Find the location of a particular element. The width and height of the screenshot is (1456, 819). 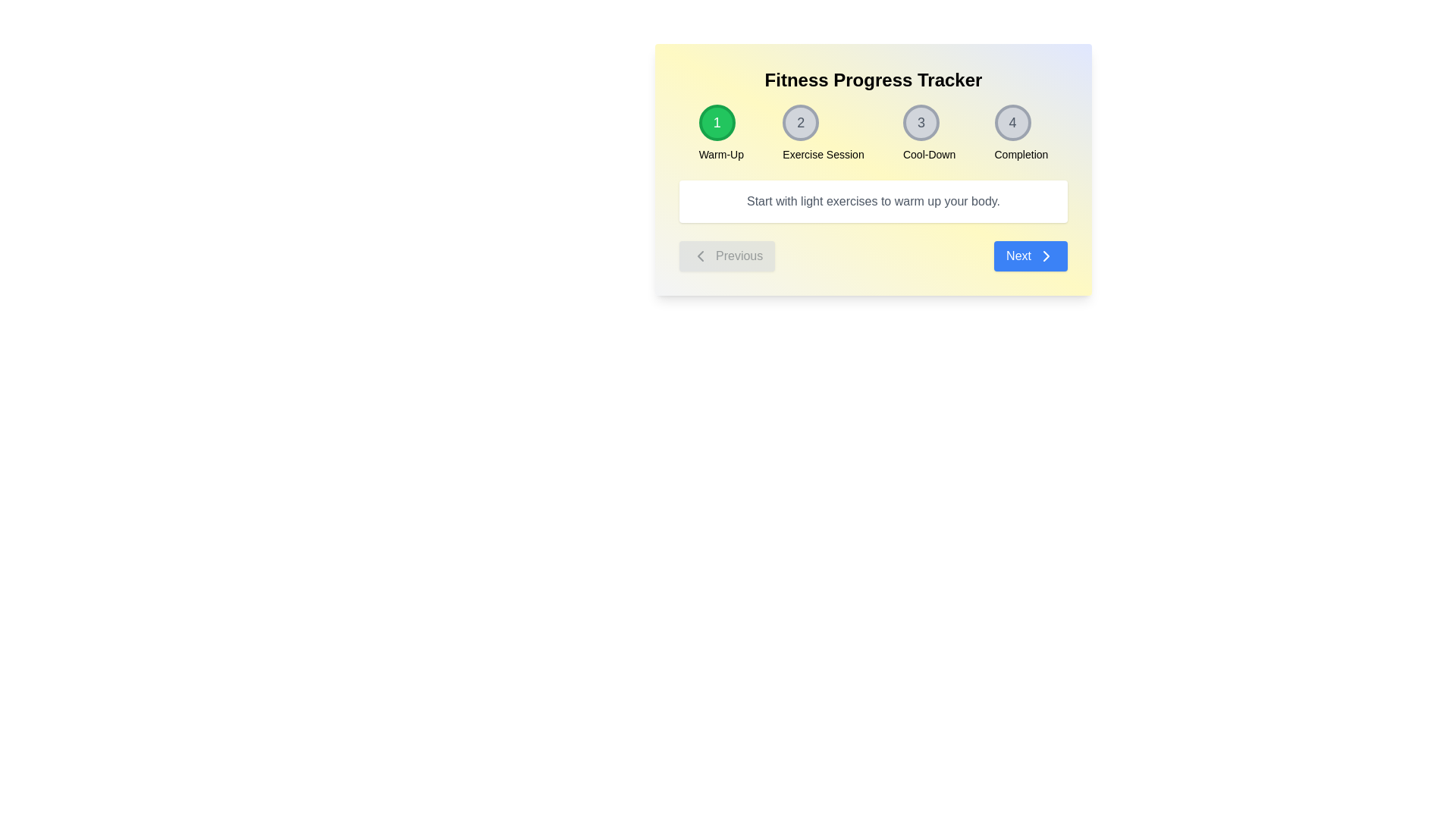

the static text label displaying 'Completion', which is positioned centrally below the circle labeled '4', indicating the final step of the sequence is located at coordinates (1021, 155).